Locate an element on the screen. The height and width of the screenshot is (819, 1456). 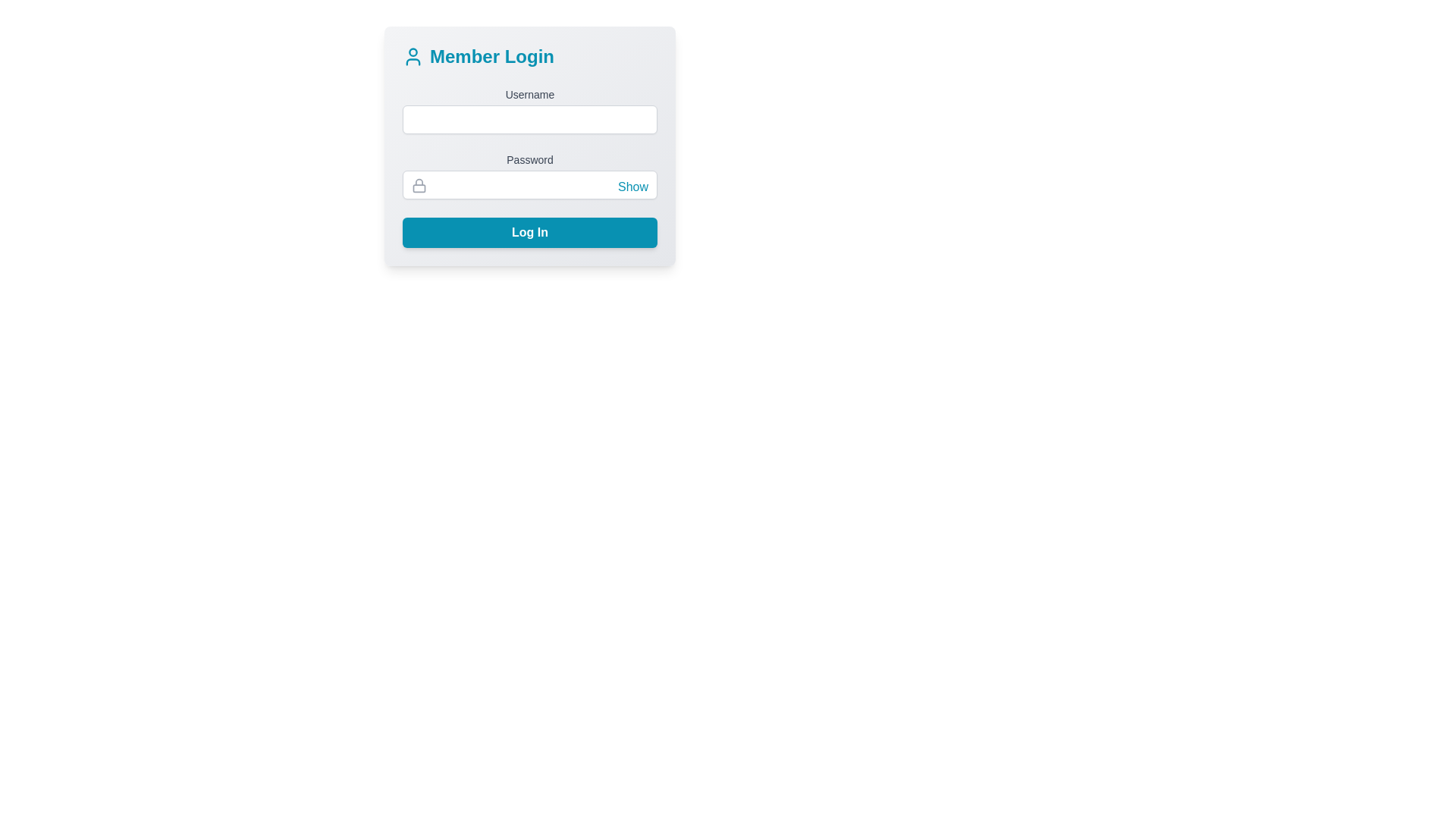
the 'Password' label, which is styled with a small font size and gray color, located above the password input field in the login form is located at coordinates (530, 160).